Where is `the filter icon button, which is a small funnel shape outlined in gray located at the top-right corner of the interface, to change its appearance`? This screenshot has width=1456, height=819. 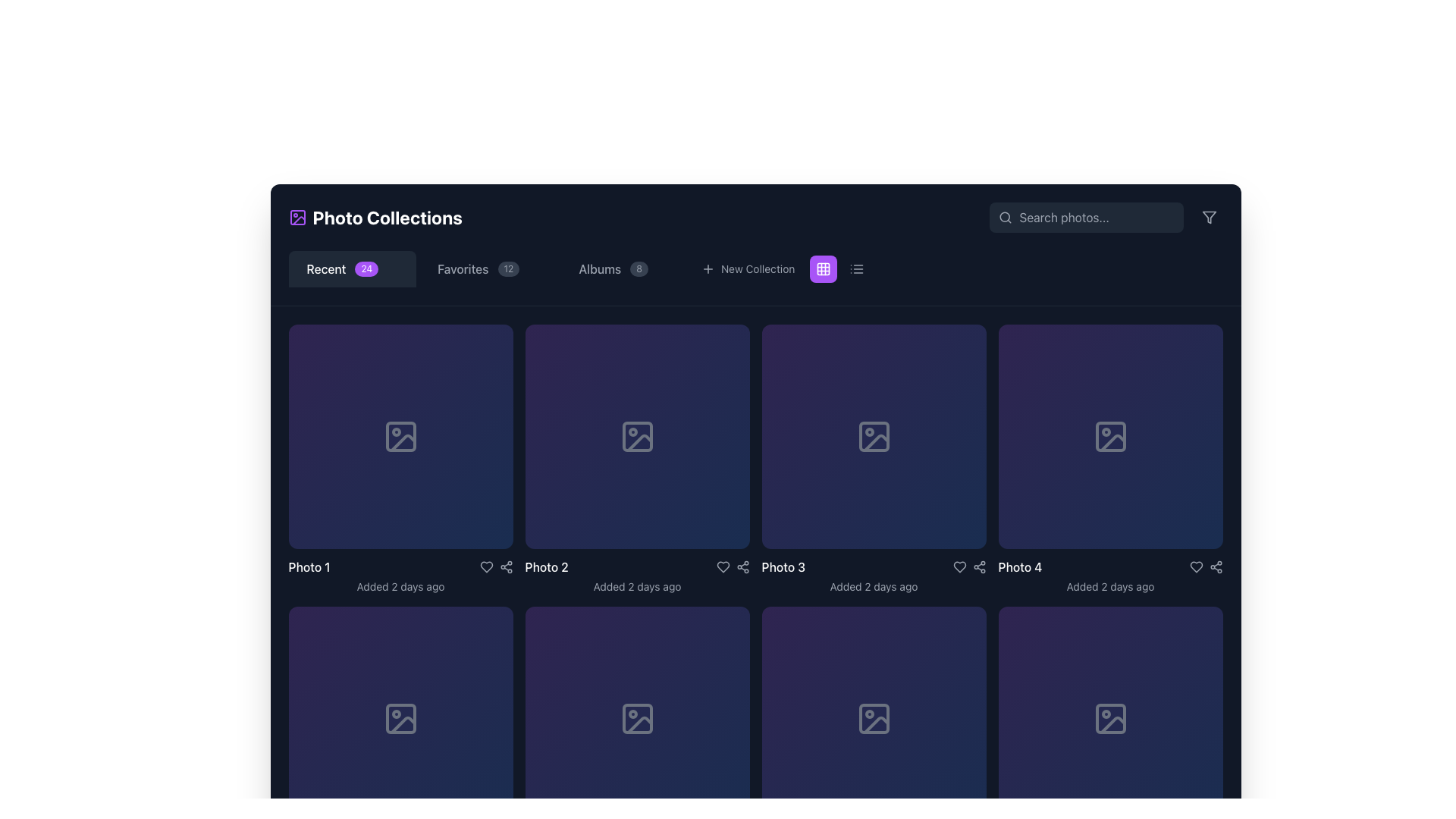 the filter icon button, which is a small funnel shape outlined in gray located at the top-right corner of the interface, to change its appearance is located at coordinates (1208, 217).